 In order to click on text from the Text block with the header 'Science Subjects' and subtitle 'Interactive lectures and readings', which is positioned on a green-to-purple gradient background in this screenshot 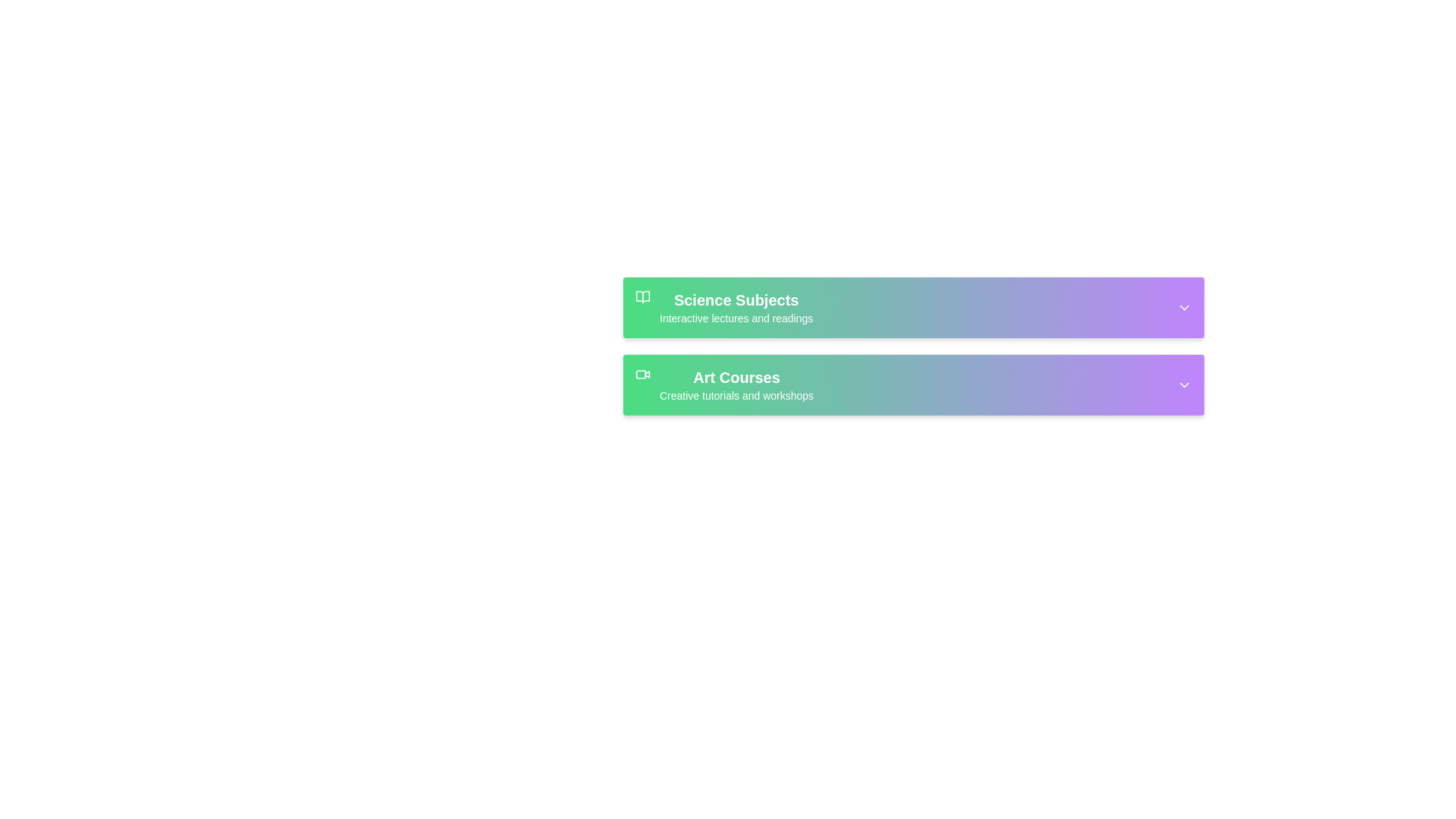, I will do `click(736, 307)`.